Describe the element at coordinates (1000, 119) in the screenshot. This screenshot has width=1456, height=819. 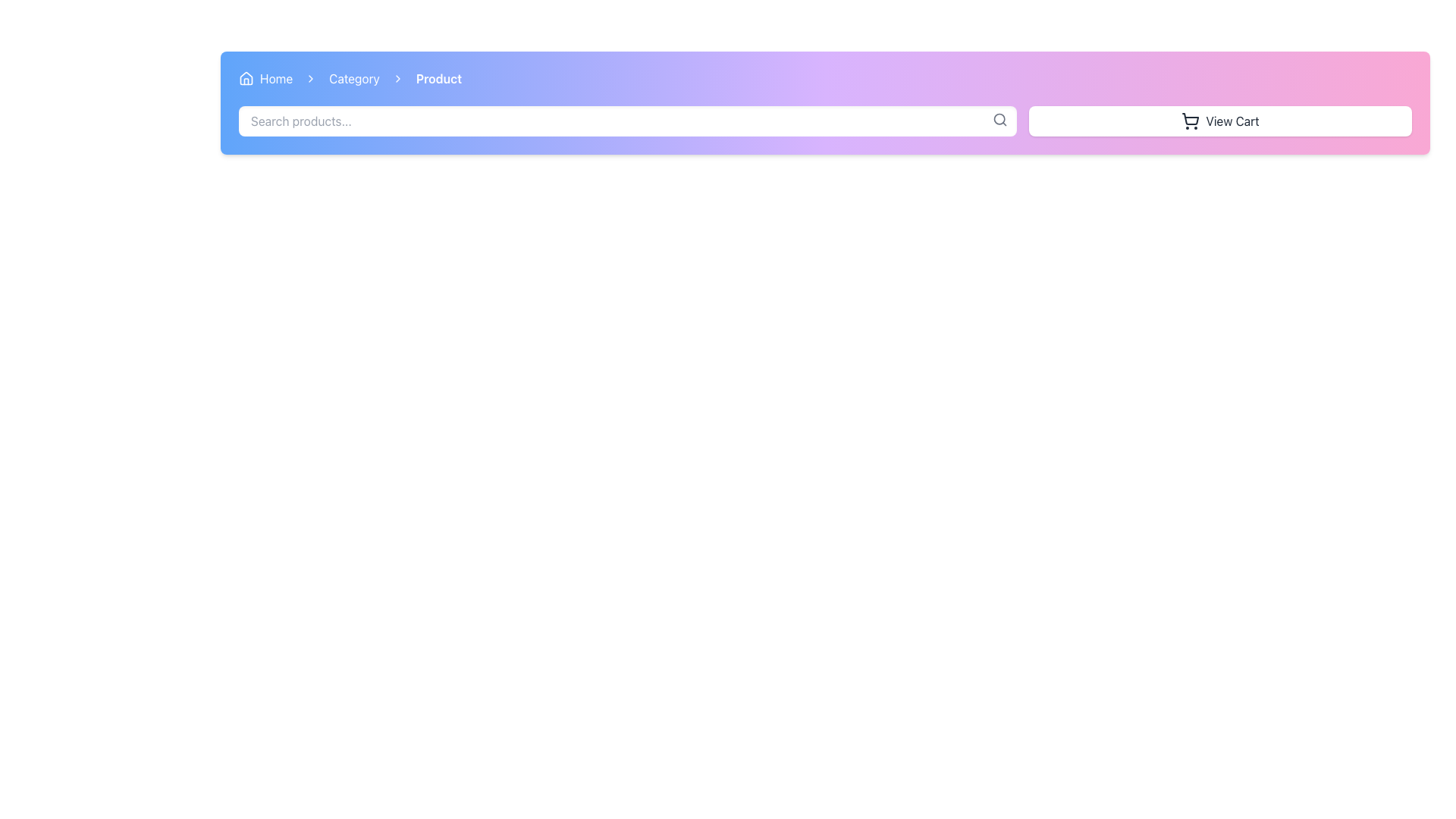
I see `the magnifying glass icon located at the far right of the search input field` at that location.